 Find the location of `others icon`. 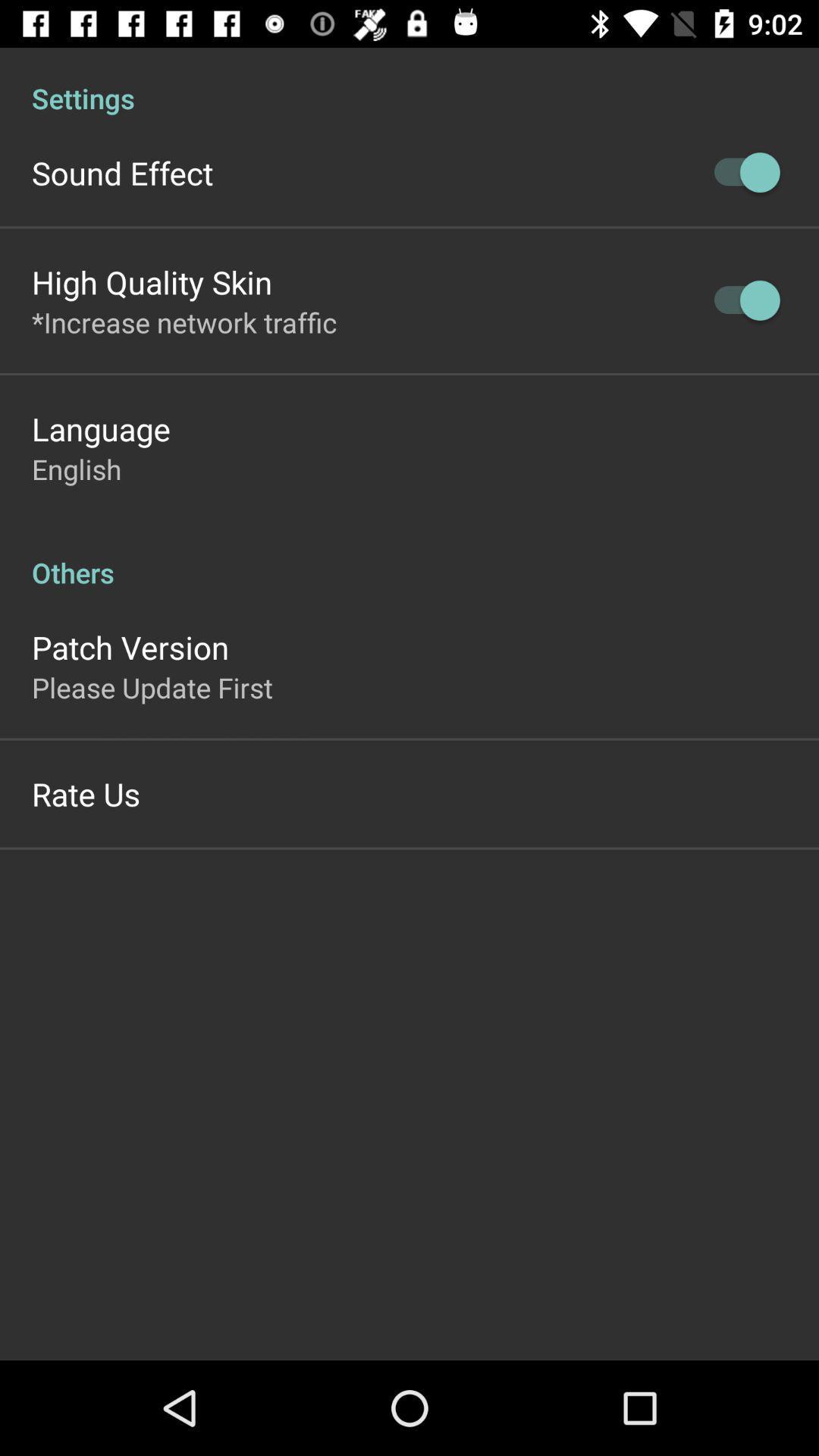

others icon is located at coordinates (409, 556).